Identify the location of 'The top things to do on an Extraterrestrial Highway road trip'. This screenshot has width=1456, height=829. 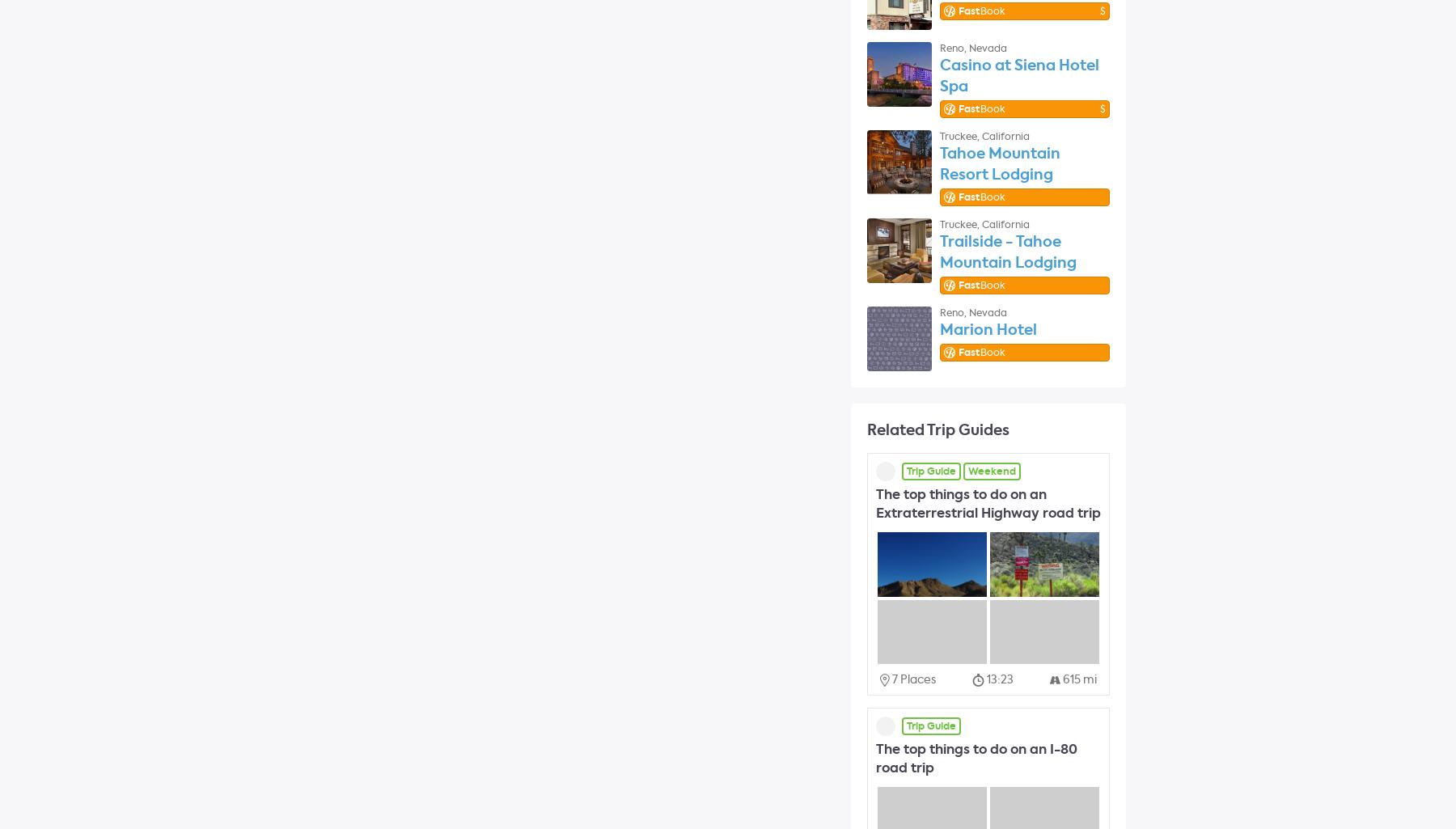
(988, 502).